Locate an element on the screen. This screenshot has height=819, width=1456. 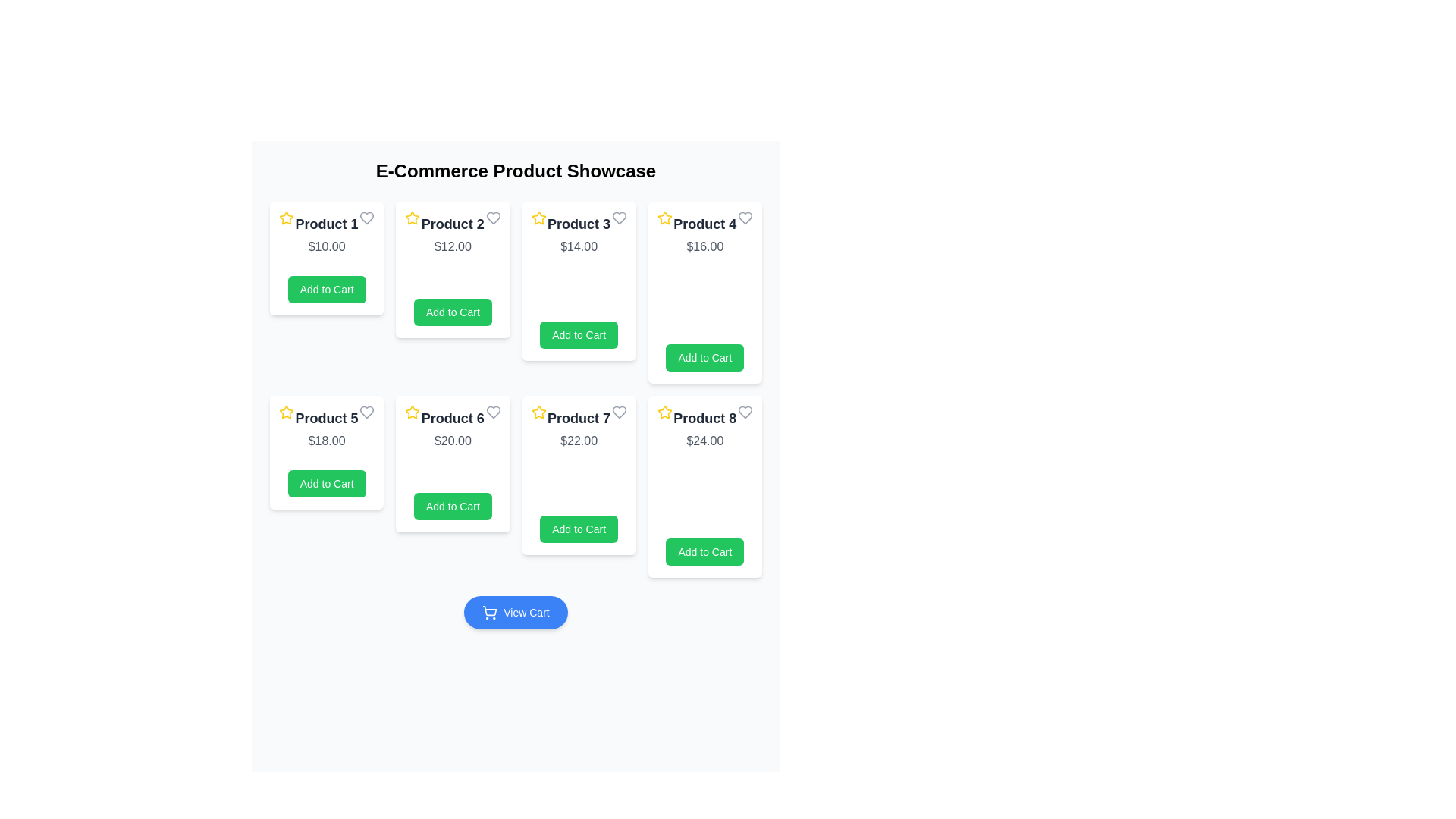
the card containing the product listing for 'Product 7', which has an 'Add to Cart' button at the bottom is located at coordinates (578, 475).